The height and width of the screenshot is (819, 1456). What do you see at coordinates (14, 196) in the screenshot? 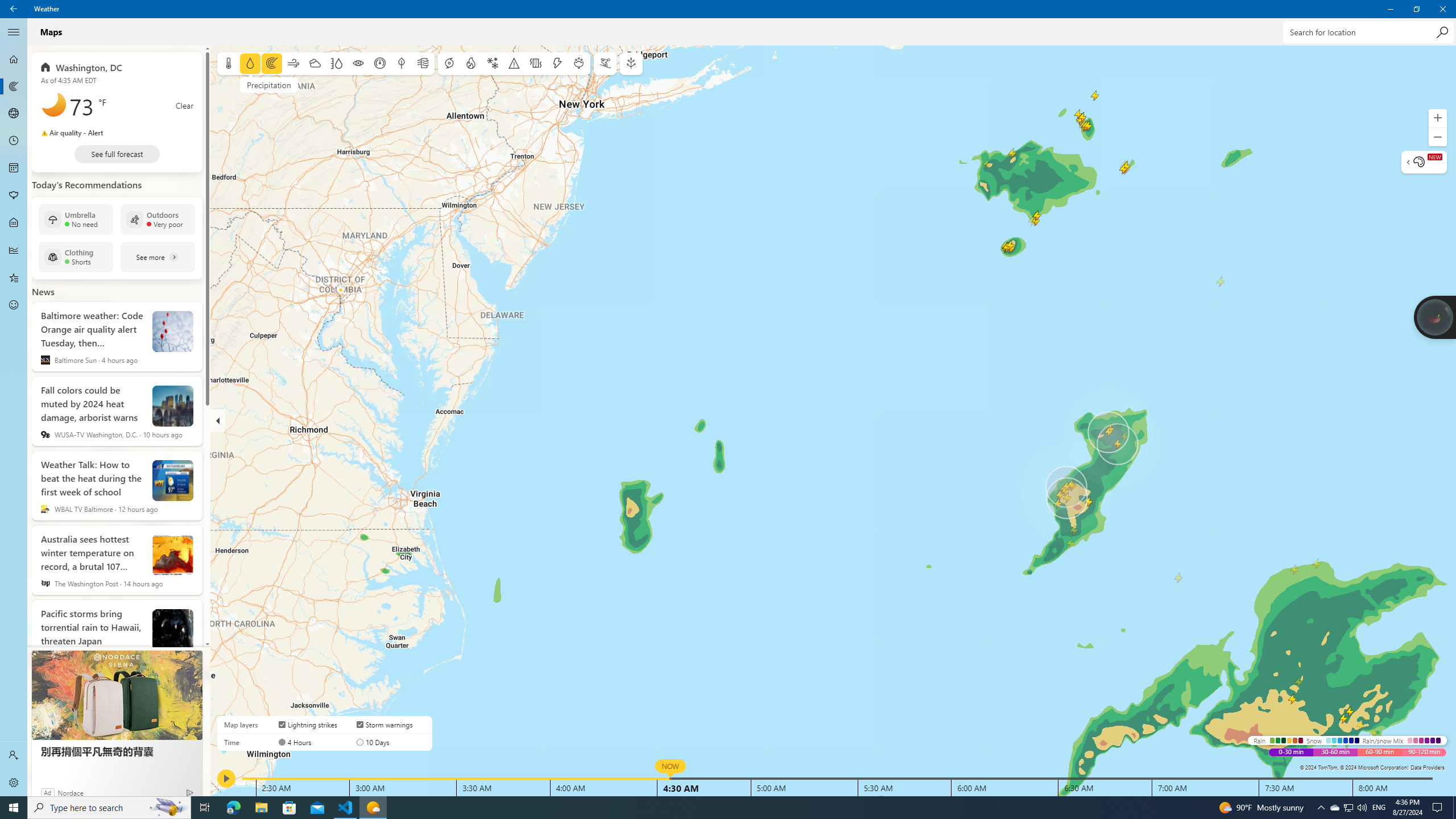
I see `'Pollen - Not Selected'` at bounding box center [14, 196].